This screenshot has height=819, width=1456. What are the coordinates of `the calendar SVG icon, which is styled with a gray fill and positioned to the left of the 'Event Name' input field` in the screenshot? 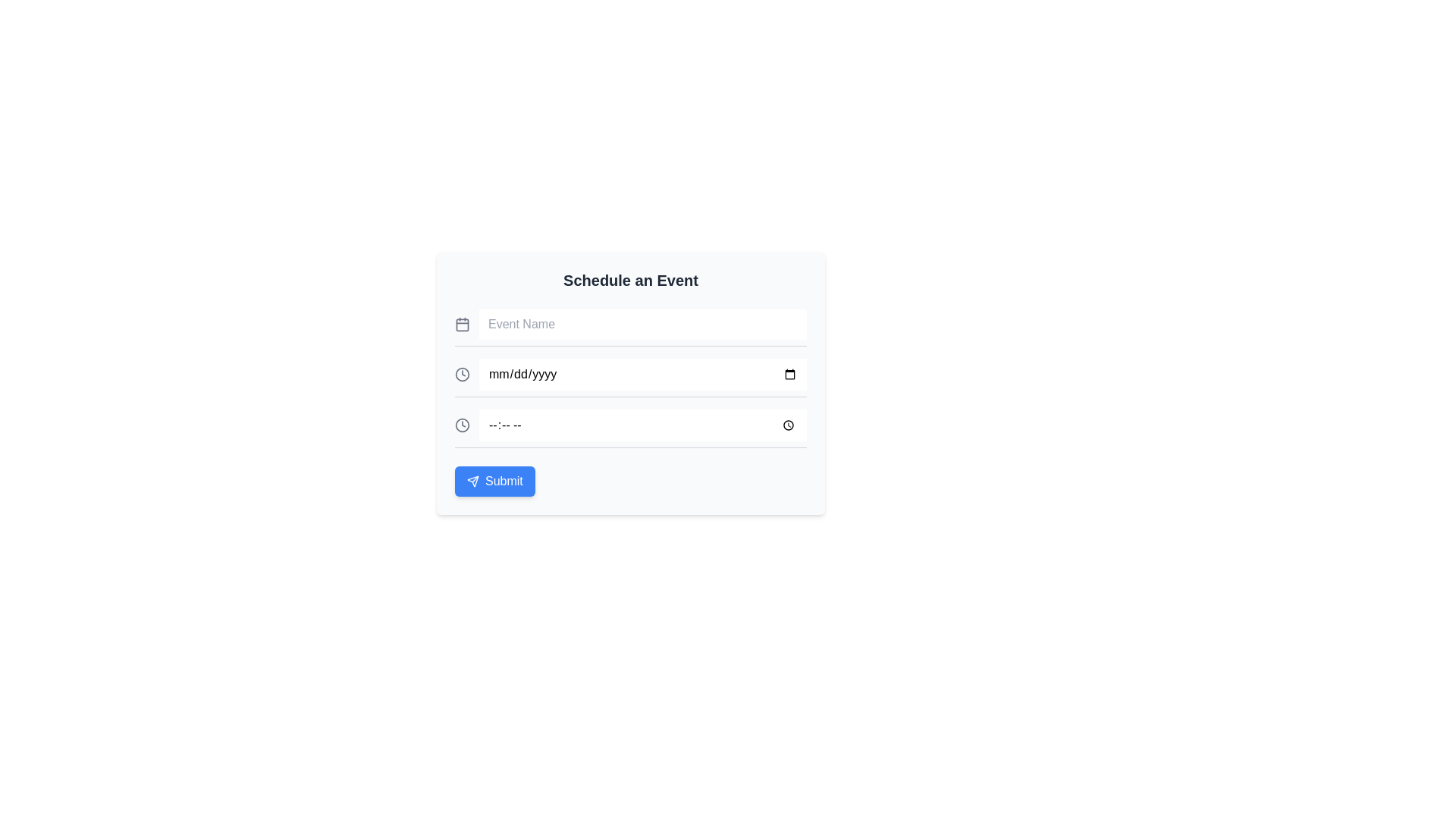 It's located at (461, 324).